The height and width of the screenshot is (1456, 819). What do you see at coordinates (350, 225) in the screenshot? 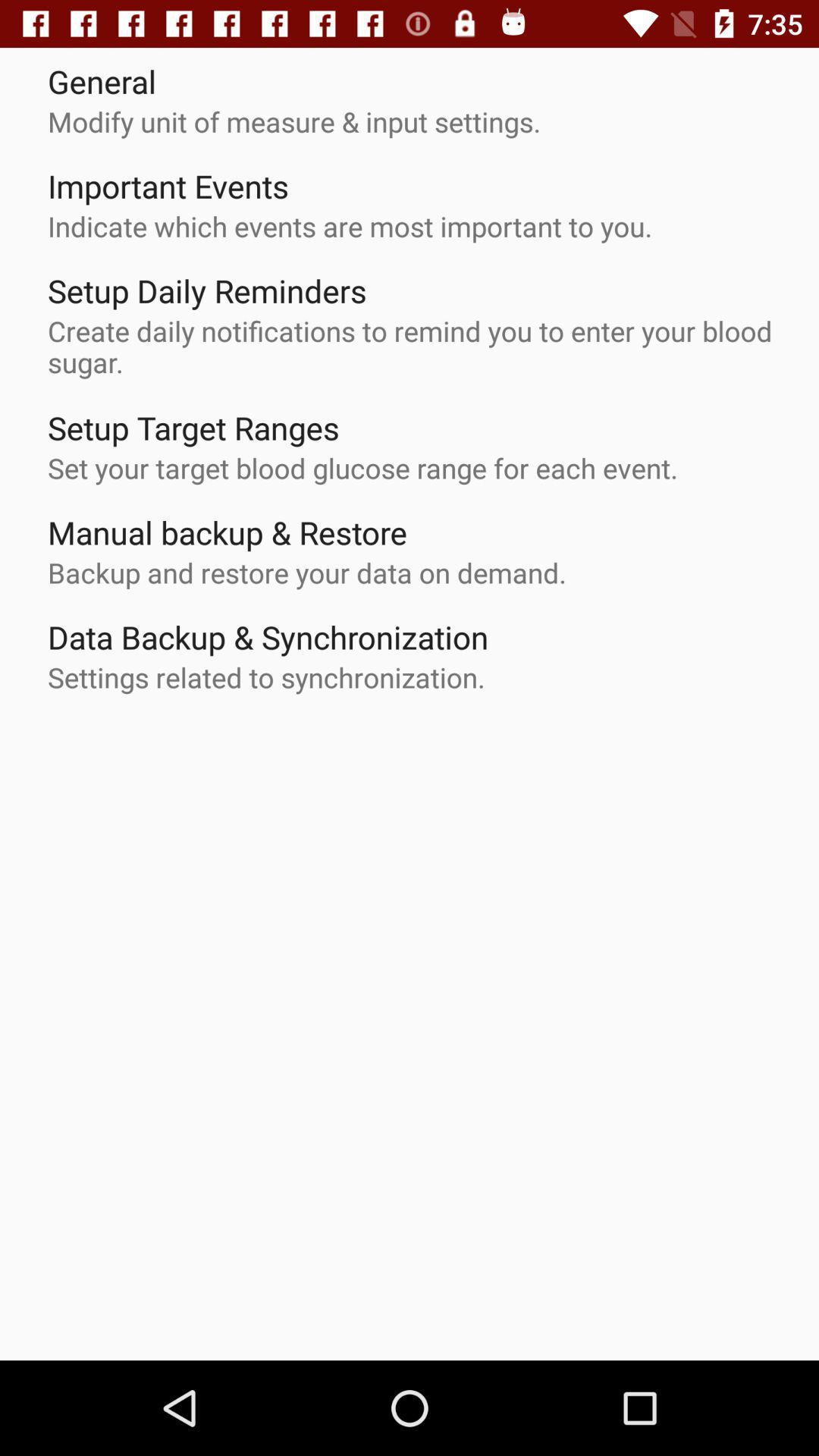
I see `indicate which events icon` at bounding box center [350, 225].